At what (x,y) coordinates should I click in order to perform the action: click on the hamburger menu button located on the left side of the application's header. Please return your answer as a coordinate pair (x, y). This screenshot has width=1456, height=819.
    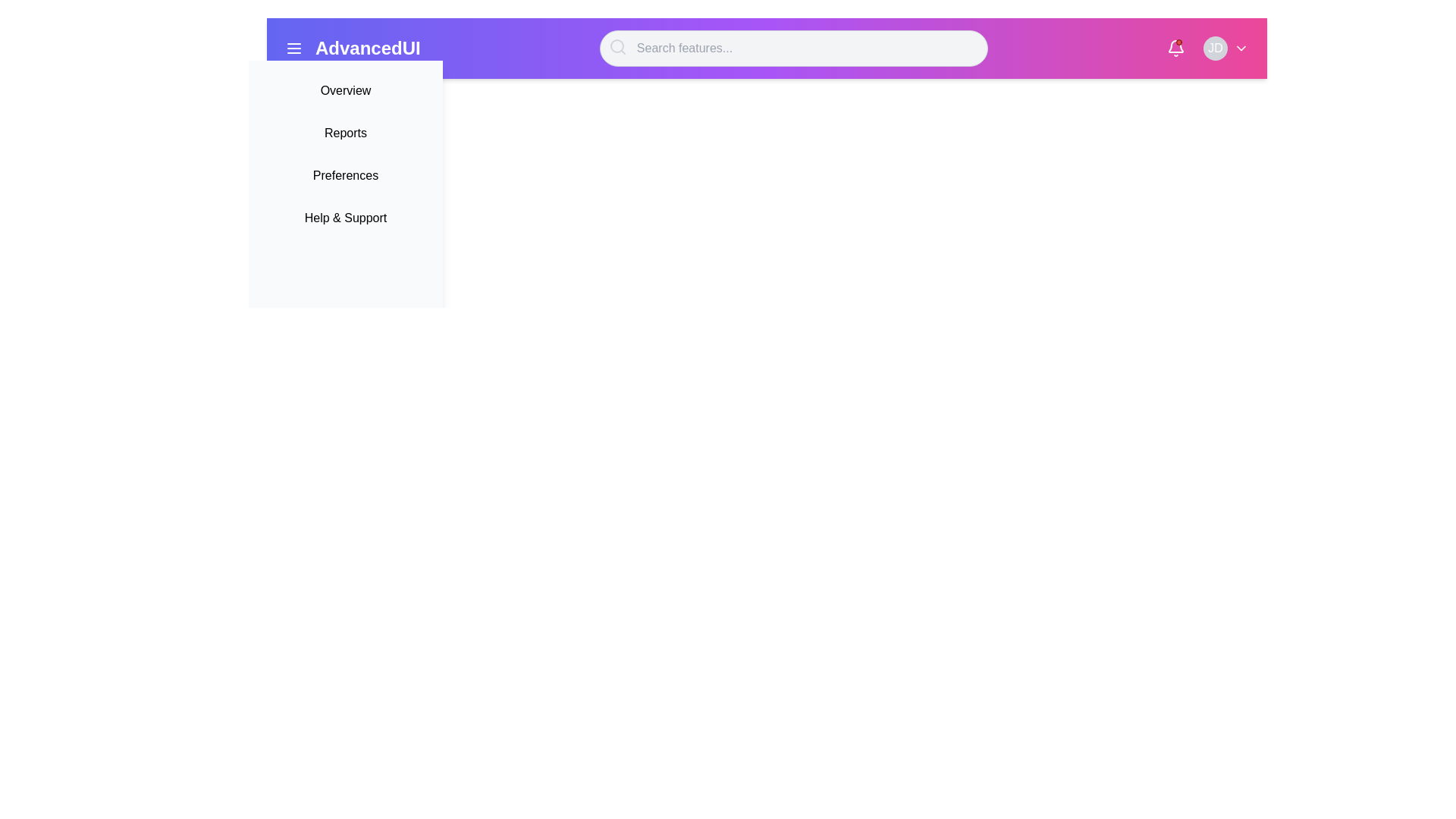
    Looking at the image, I should click on (294, 48).